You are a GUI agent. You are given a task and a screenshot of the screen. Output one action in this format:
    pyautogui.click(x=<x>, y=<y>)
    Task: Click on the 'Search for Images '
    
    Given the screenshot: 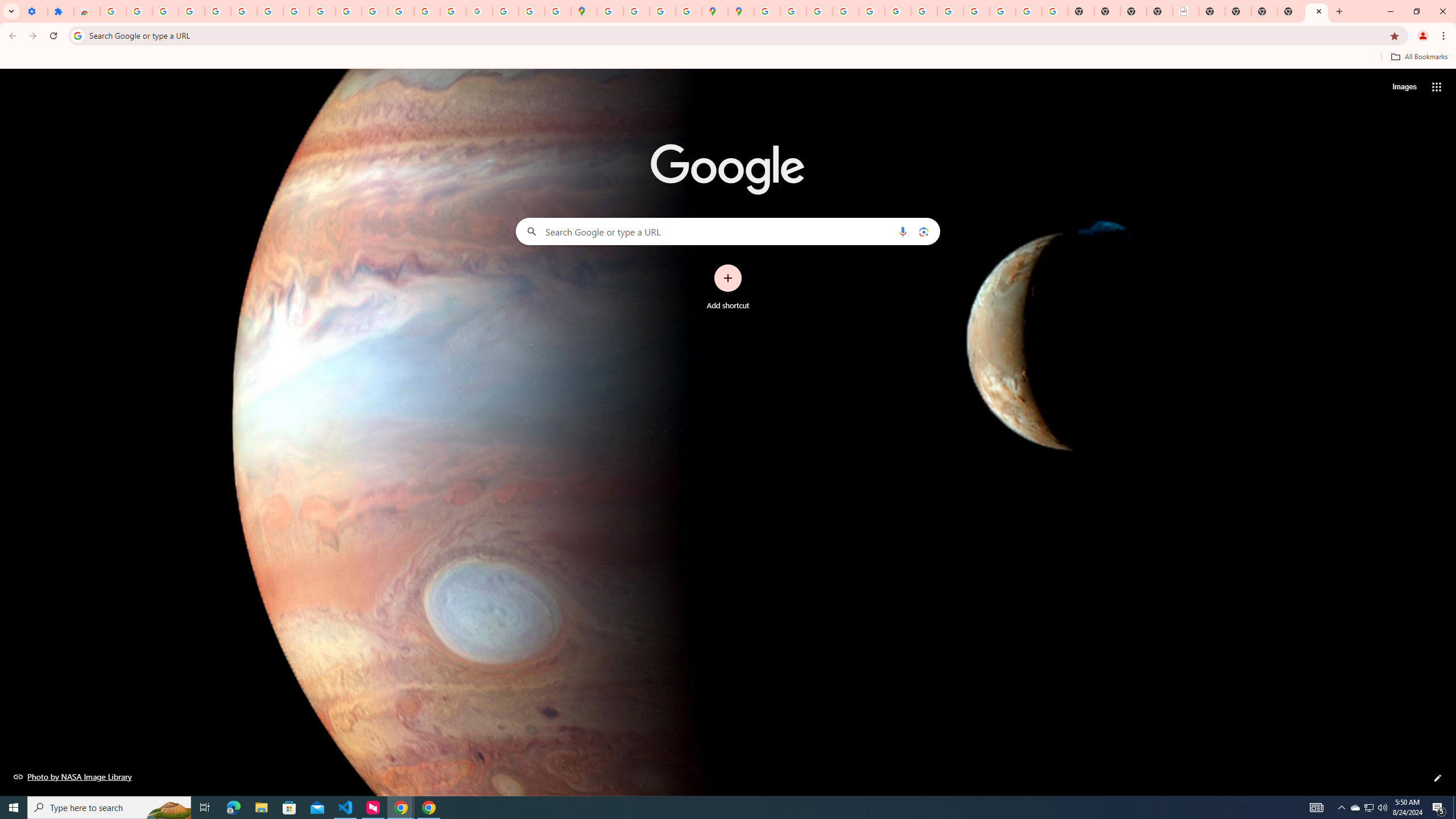 What is the action you would take?
    pyautogui.click(x=1404, y=87)
    